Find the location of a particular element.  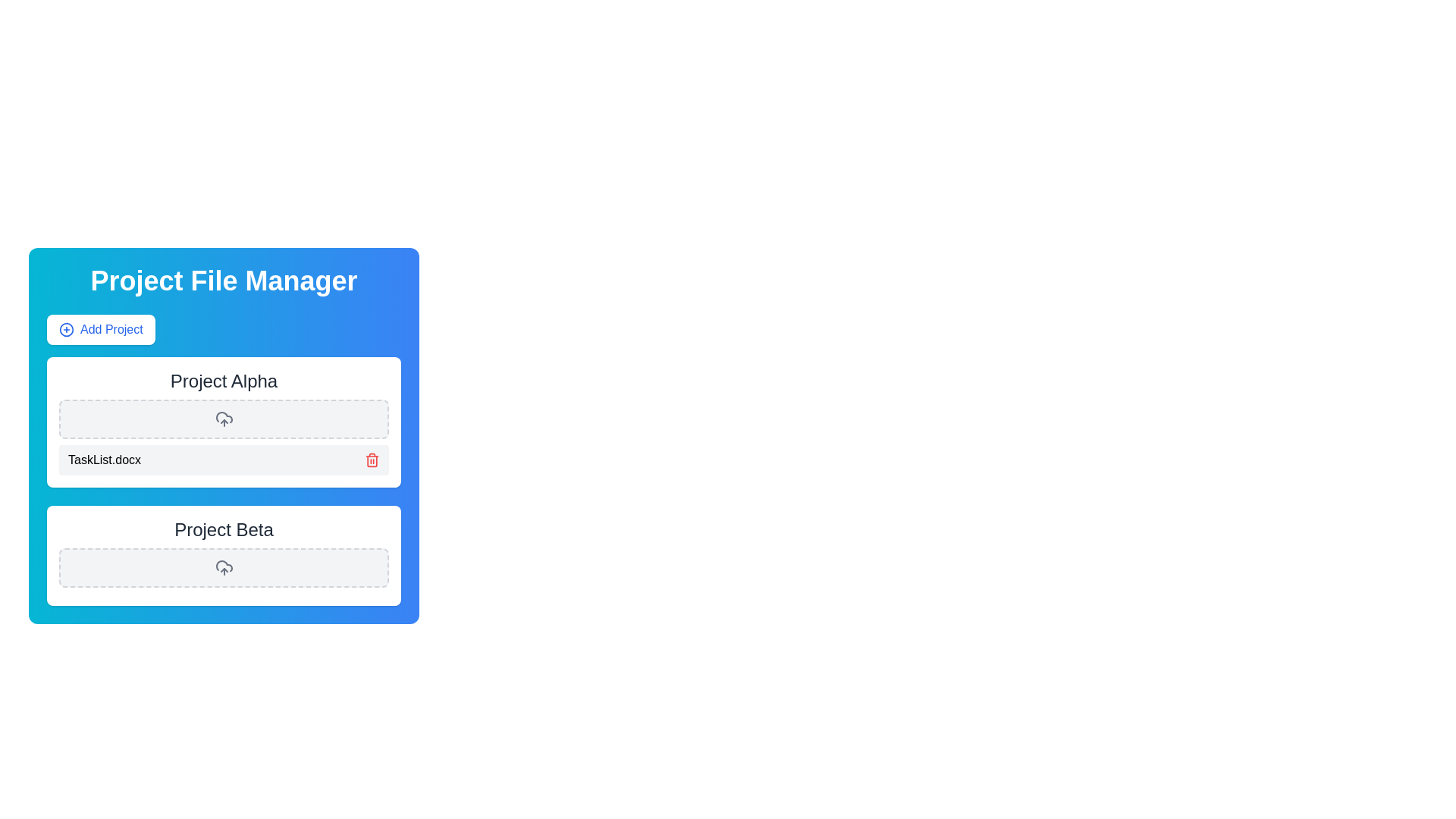

and drop a file into the file upload area located below the 'Project Alpha' title and above the 'TaskList.docx' file details is located at coordinates (223, 419).